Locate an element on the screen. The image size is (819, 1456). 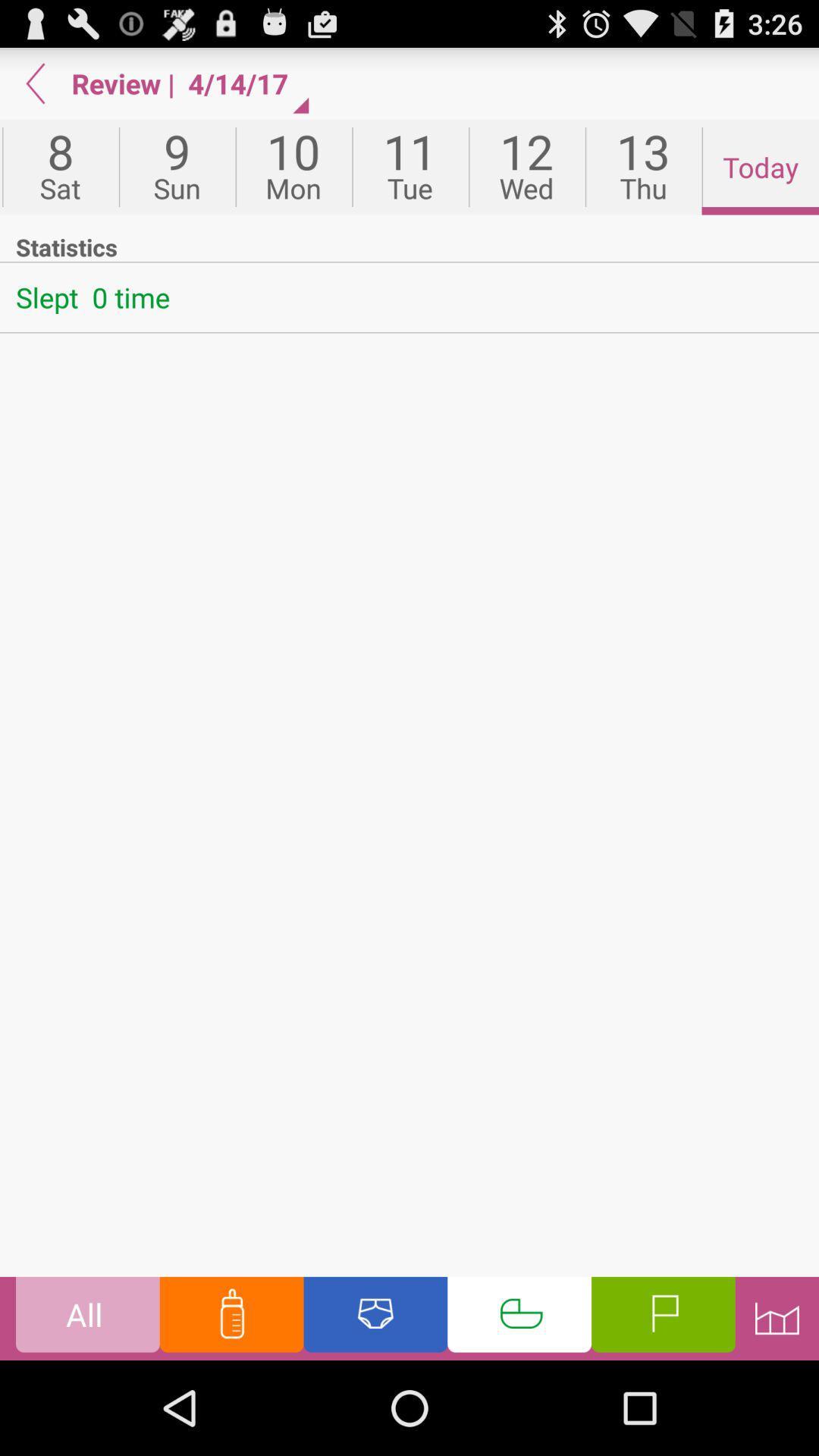
the app next to the 9 icon is located at coordinates (59, 167).